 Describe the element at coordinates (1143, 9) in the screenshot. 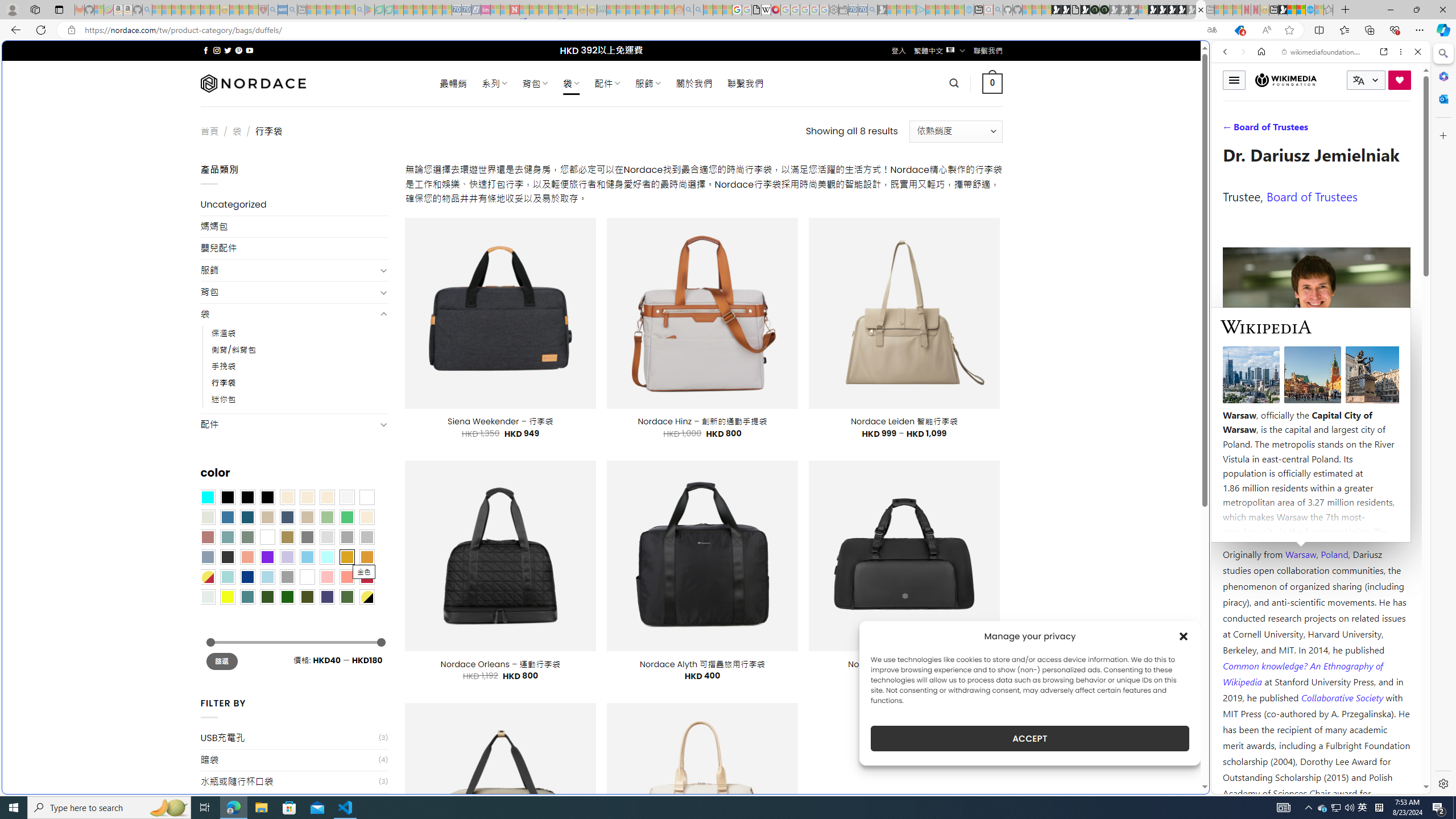

I see `'Sign in to your account - Sleeping'` at that location.